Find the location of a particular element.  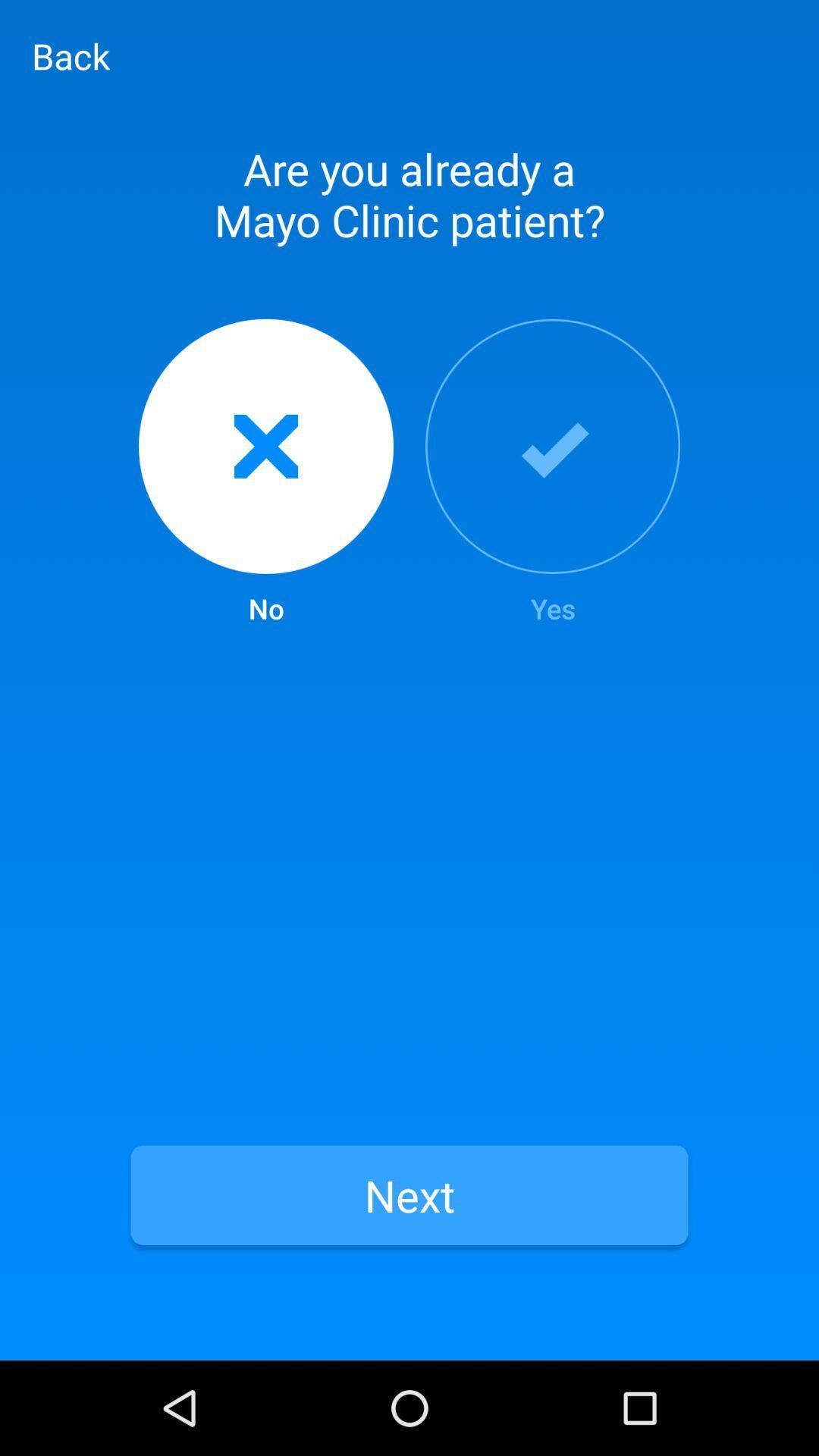

item above are you already item is located at coordinates (71, 55).